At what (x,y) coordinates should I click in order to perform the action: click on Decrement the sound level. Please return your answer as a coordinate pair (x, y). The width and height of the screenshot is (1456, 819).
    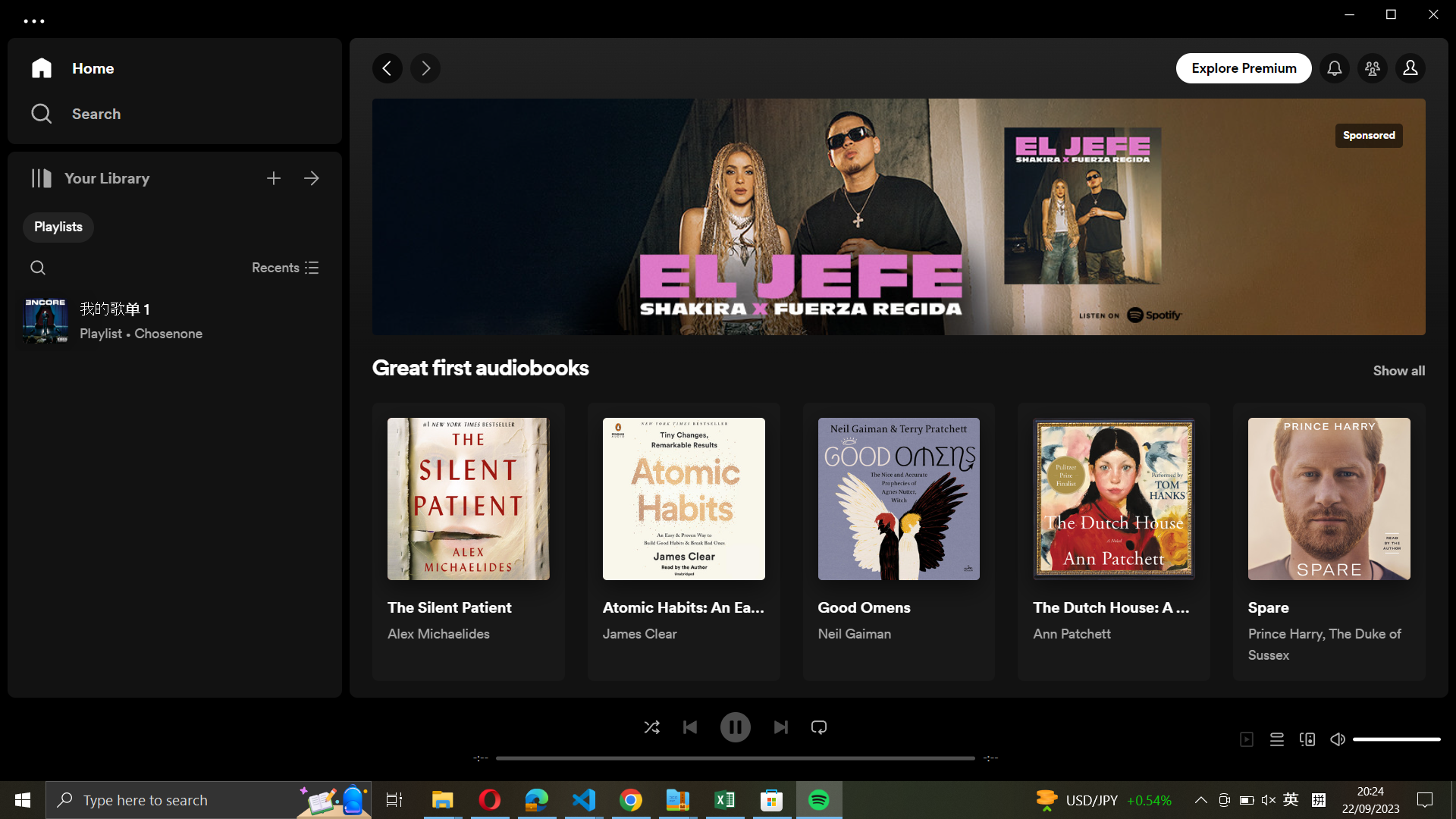
    Looking at the image, I should click on (1358, 738).